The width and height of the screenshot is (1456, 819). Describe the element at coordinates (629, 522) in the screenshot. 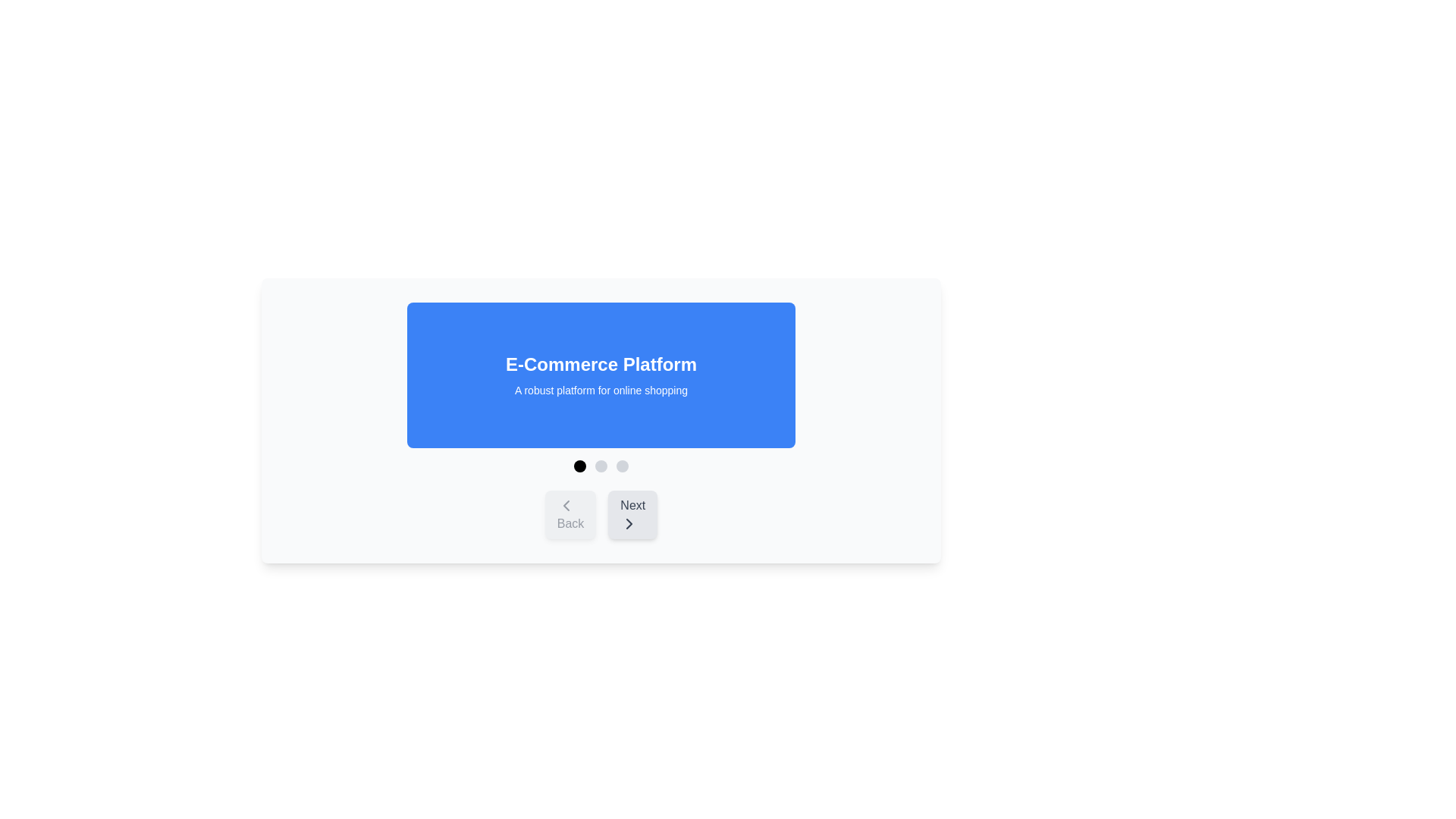

I see `the chevron icon within the 'Next' button` at that location.